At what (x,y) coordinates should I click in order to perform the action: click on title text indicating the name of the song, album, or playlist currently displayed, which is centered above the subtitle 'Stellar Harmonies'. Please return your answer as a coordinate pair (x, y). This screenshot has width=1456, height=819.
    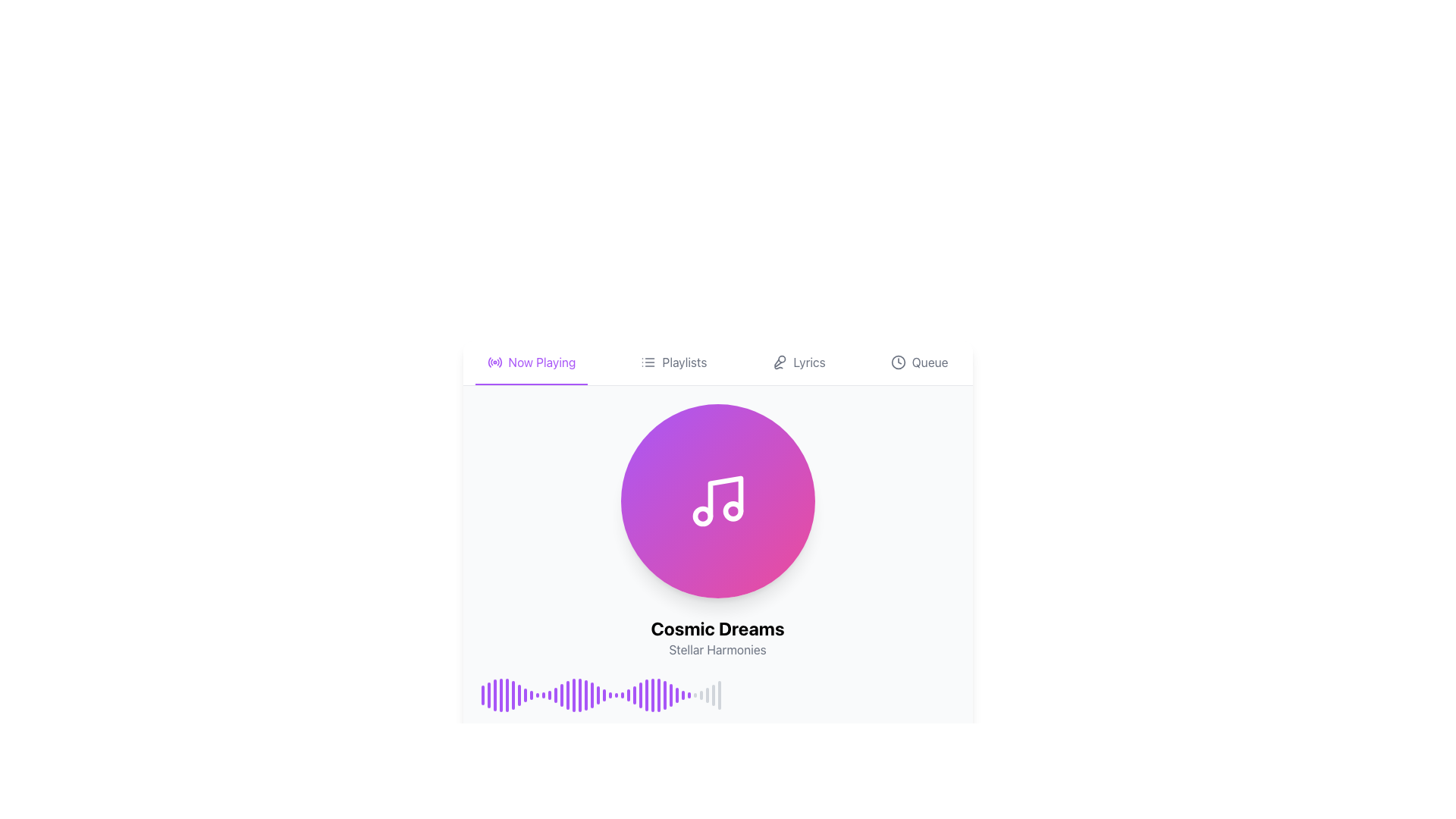
    Looking at the image, I should click on (717, 629).